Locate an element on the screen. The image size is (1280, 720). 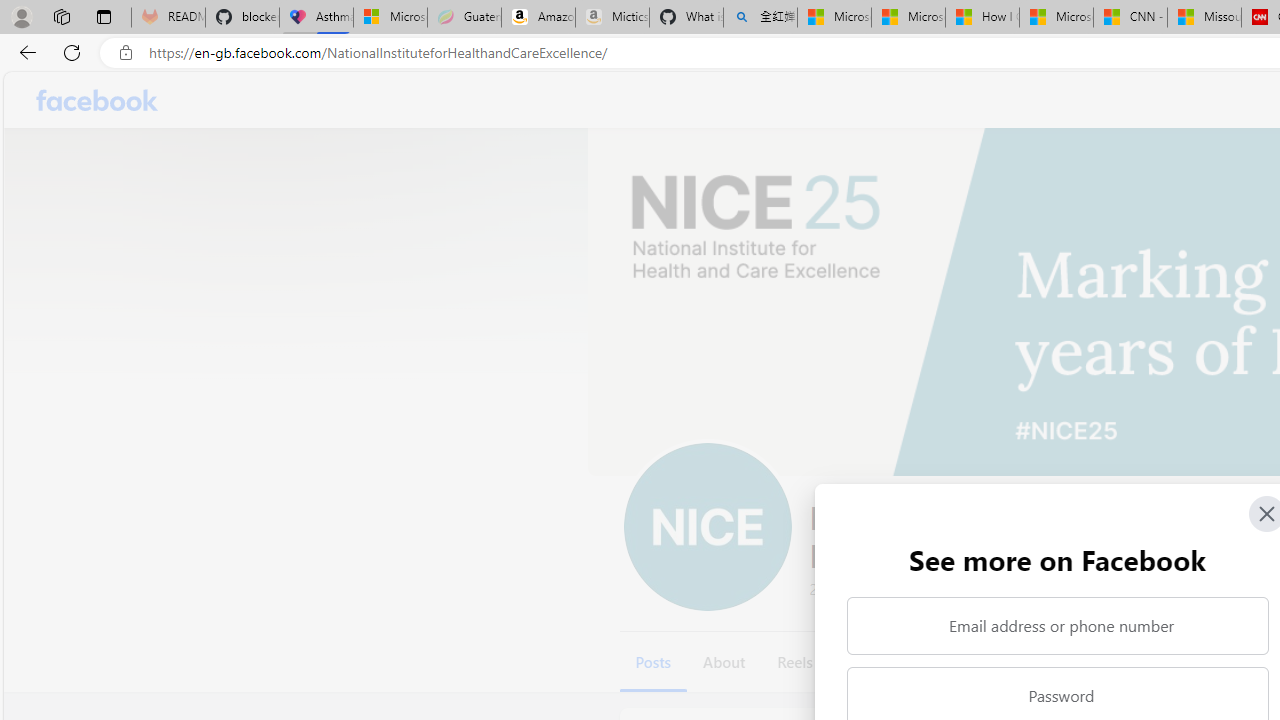
'Email address or phone number' is located at coordinates (1056, 625).